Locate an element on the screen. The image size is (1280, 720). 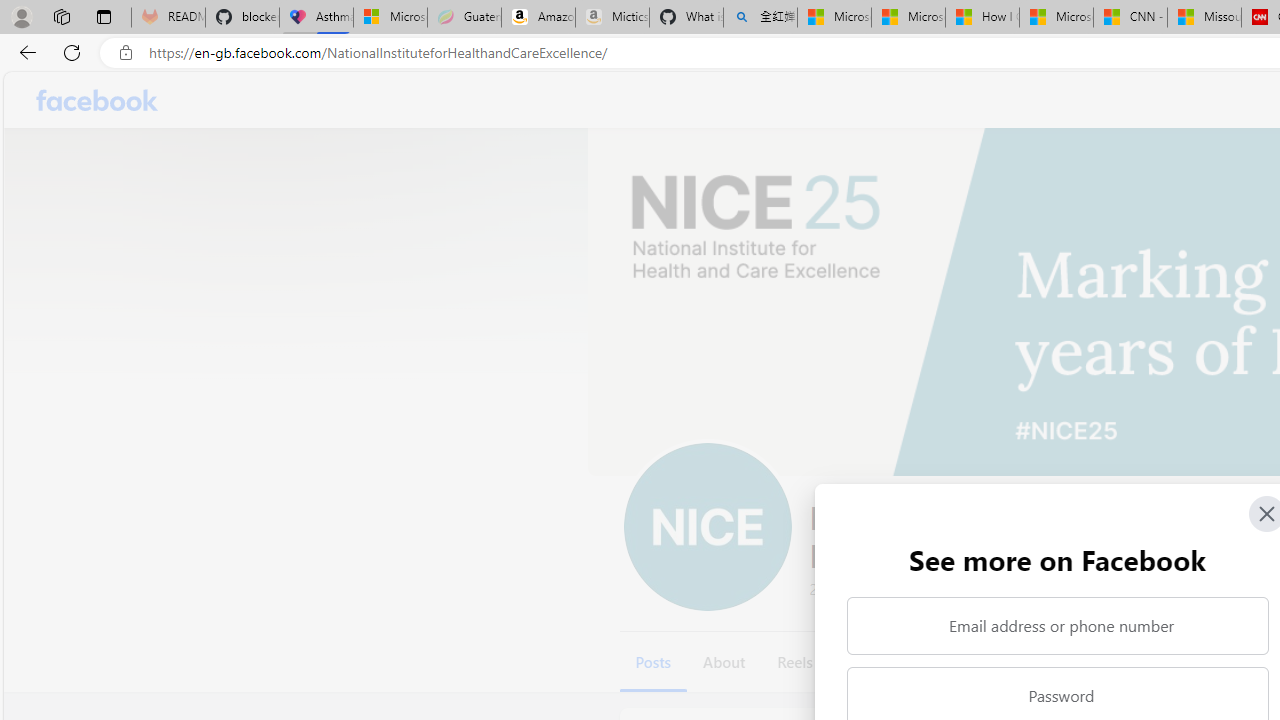
'Email address or phone number' is located at coordinates (1056, 625).